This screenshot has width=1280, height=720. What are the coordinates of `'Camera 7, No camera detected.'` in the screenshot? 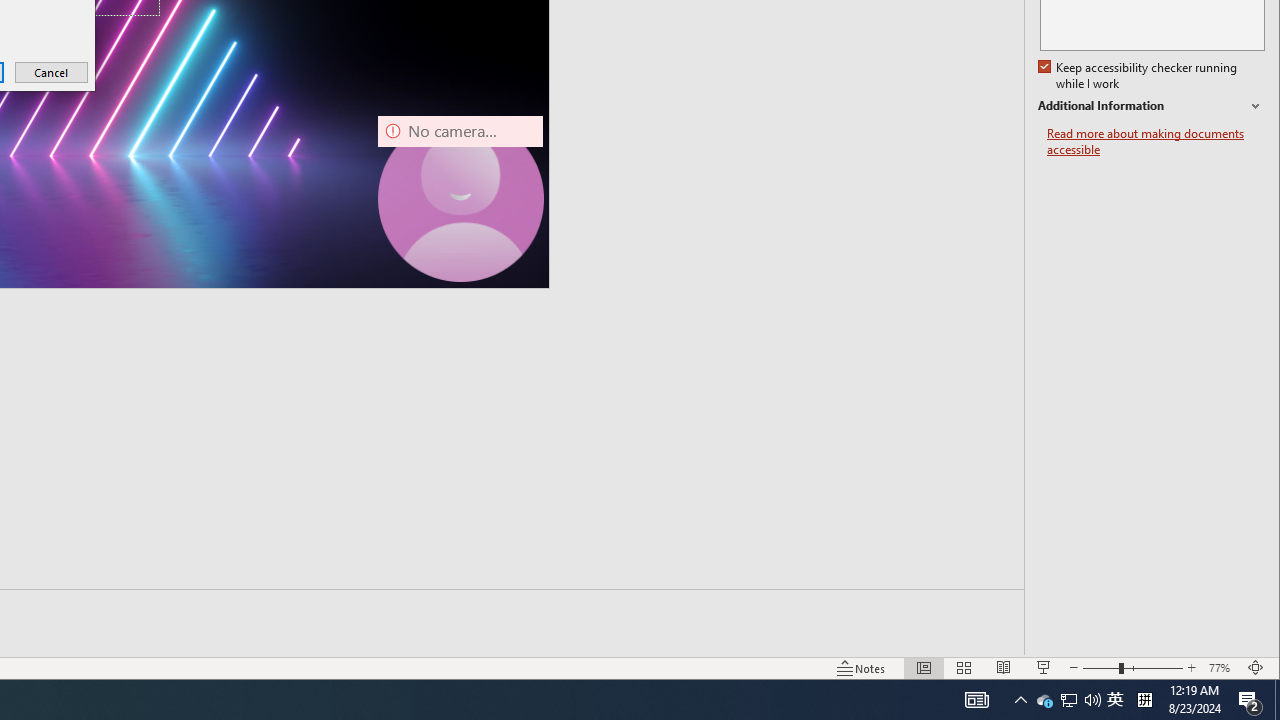 It's located at (459, 198).